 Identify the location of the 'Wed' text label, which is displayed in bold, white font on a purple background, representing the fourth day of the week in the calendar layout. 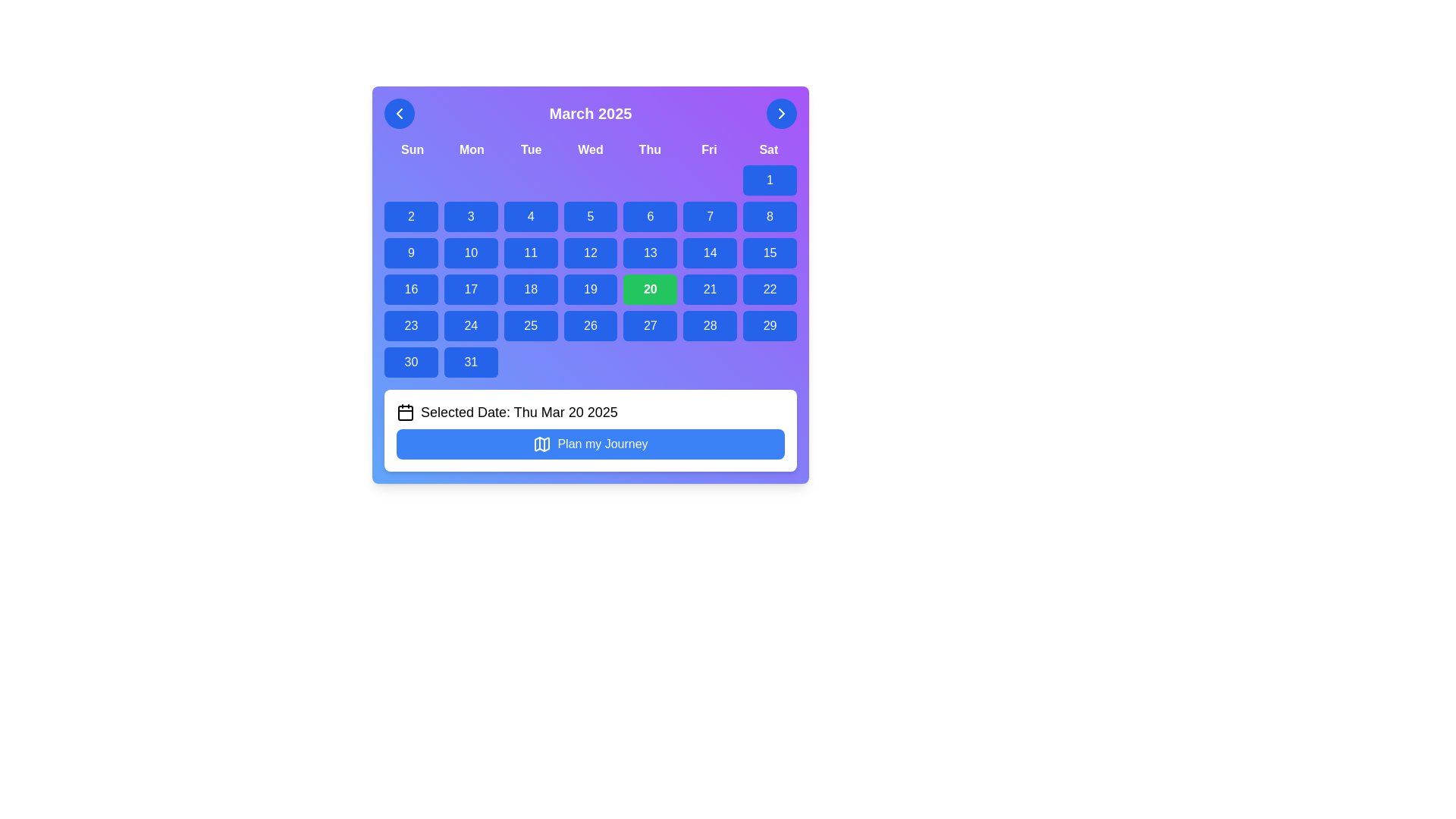
(589, 149).